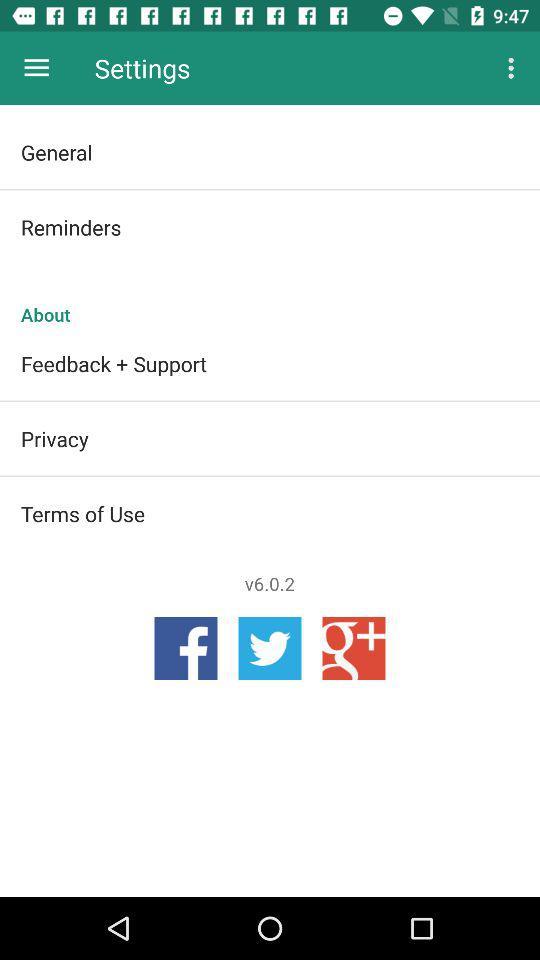 Image resolution: width=540 pixels, height=960 pixels. Describe the element at coordinates (270, 512) in the screenshot. I see `item above the v6.0.2` at that location.